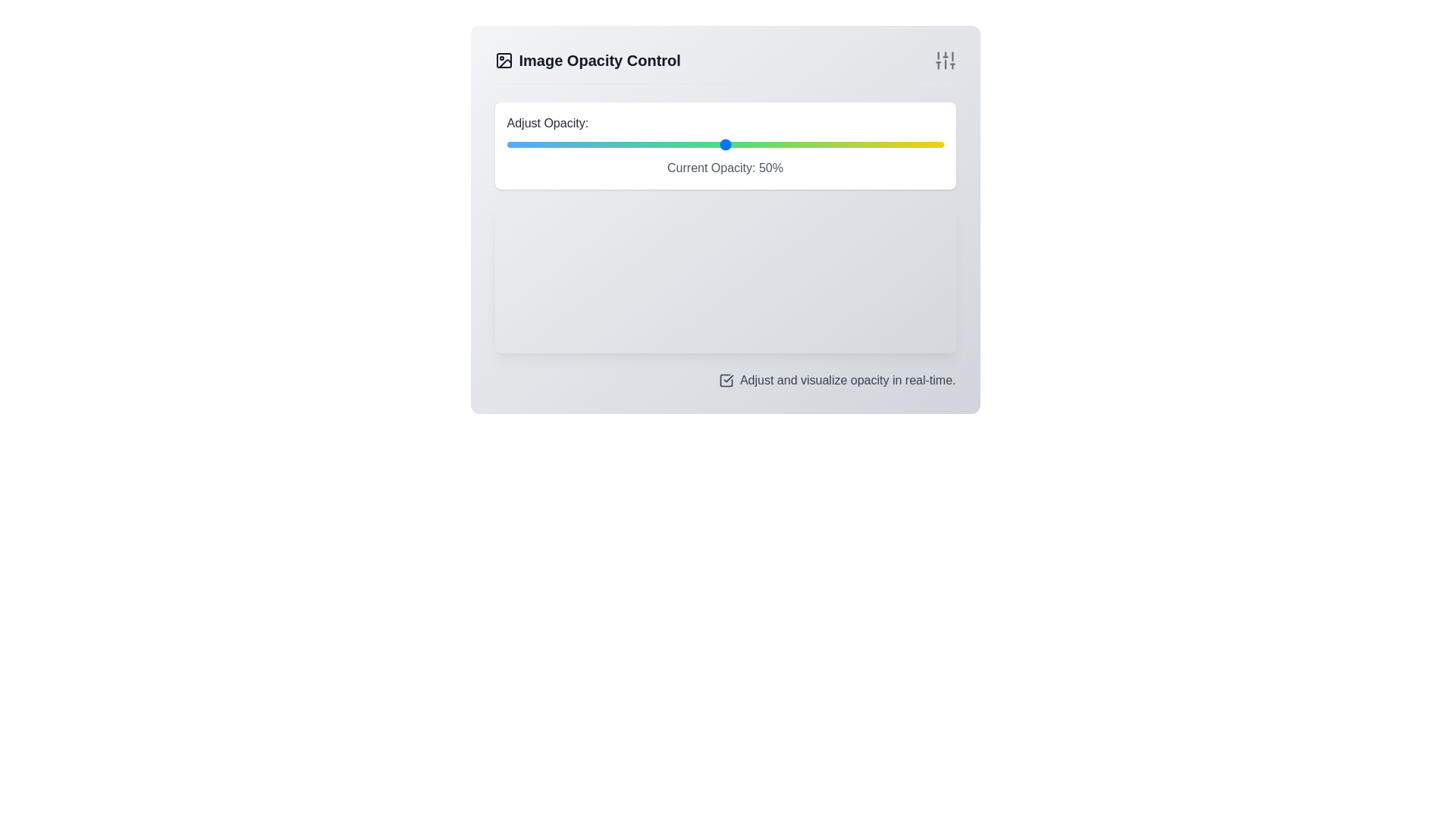  What do you see at coordinates (864, 145) in the screenshot?
I see `the opacity value` at bounding box center [864, 145].